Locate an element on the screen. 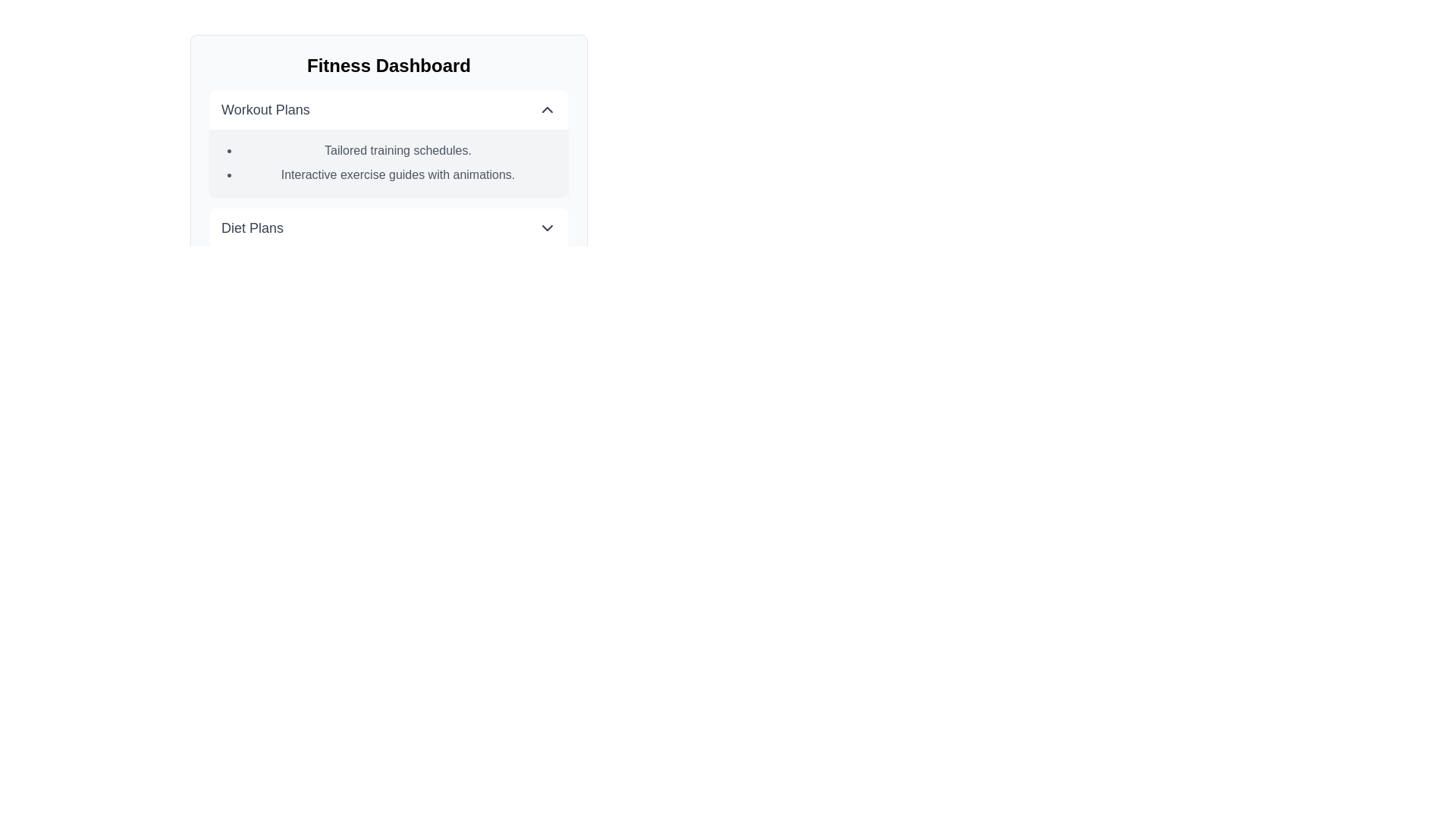 The width and height of the screenshot is (1456, 819). the chevron icon located to the right of the 'Diet Plans' text for accessibility interactions is located at coordinates (546, 227).